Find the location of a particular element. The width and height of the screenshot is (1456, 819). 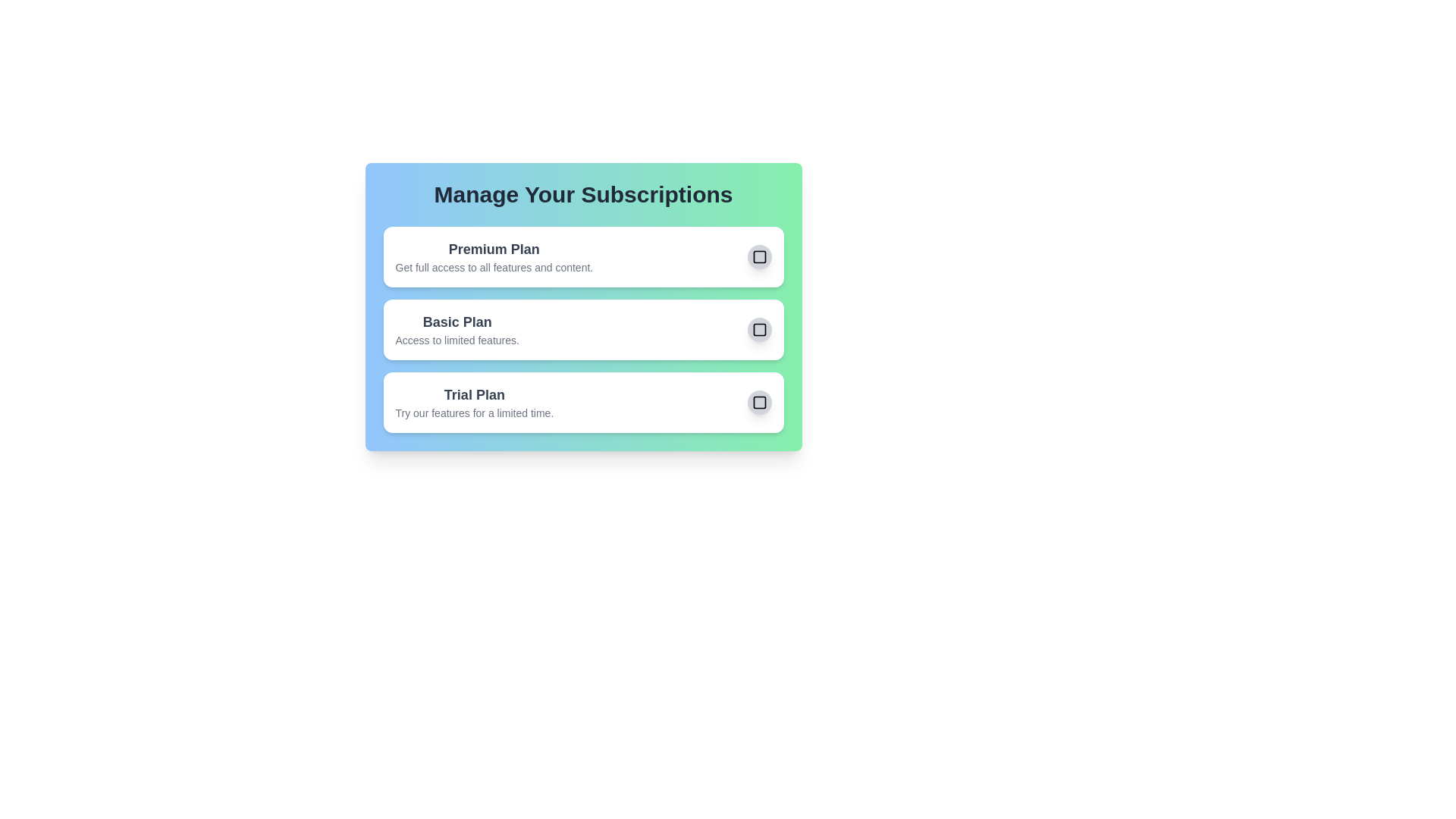

the square icon with a black outline and gray fill, located within the circular button on the far right of the 'Trial Plan' row in the subscription plans list is located at coordinates (759, 402).